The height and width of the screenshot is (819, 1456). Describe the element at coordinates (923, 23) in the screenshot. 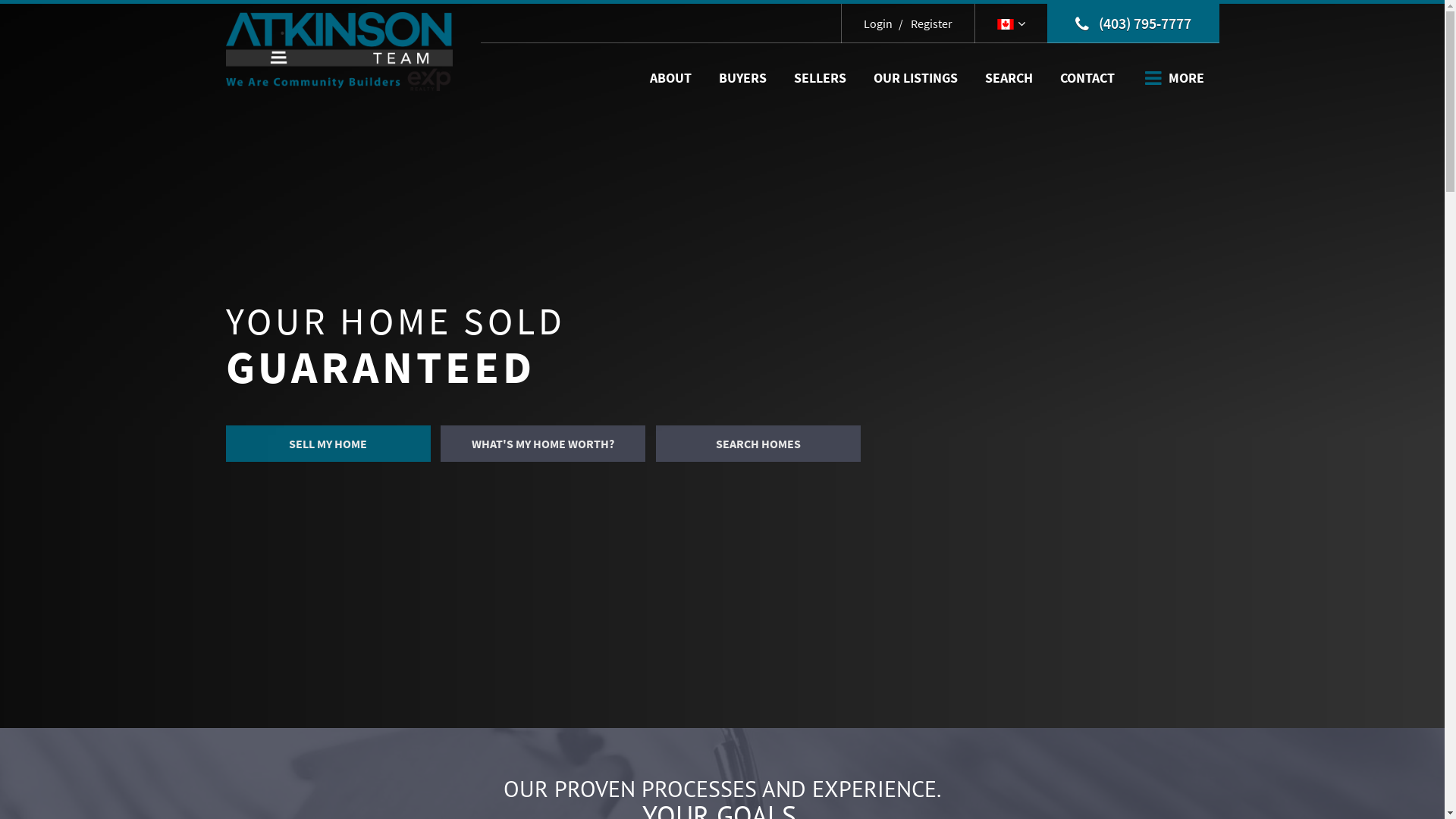

I see `'Register'` at that location.